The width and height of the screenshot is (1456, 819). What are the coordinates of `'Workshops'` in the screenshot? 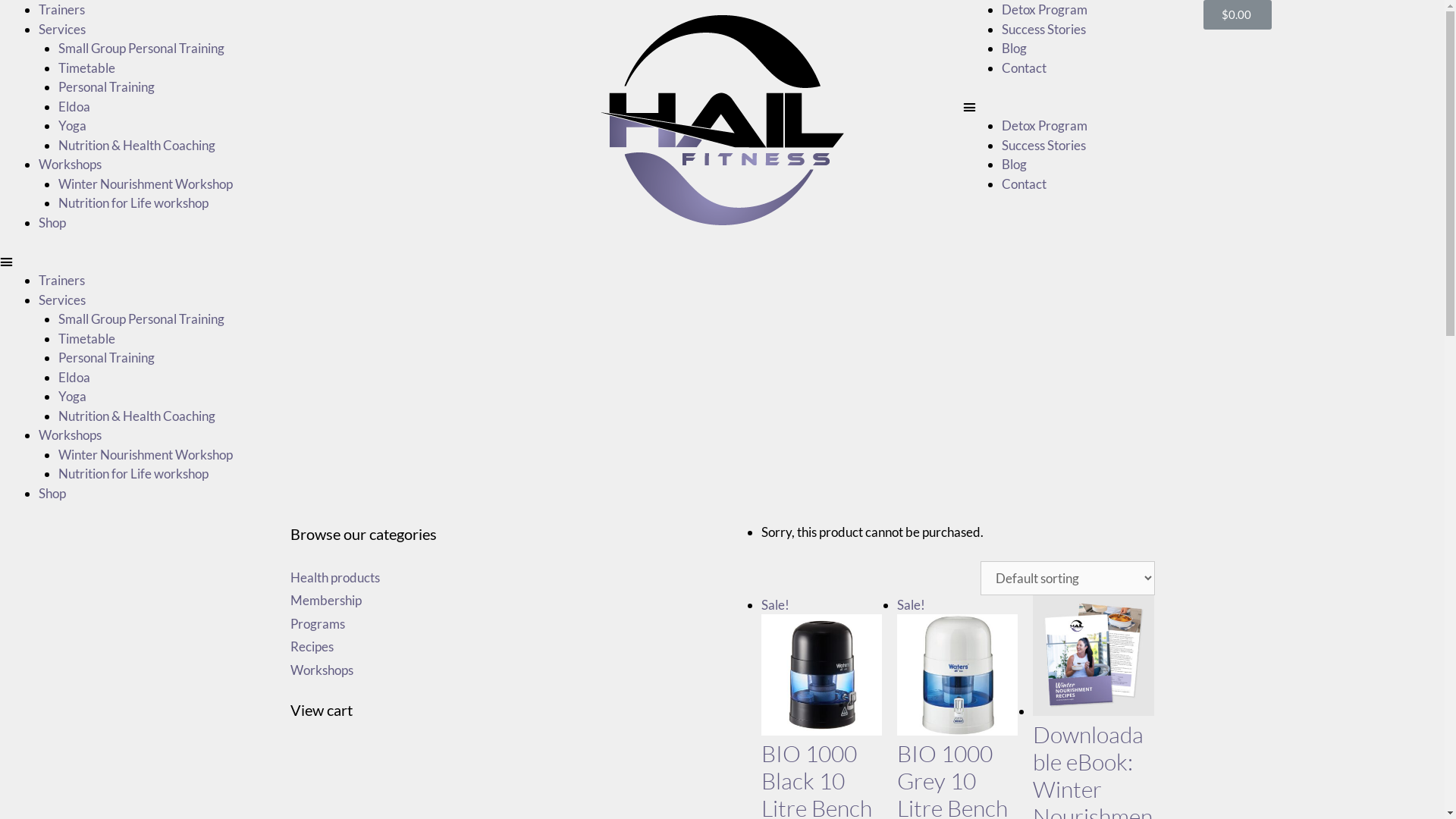 It's located at (320, 668).